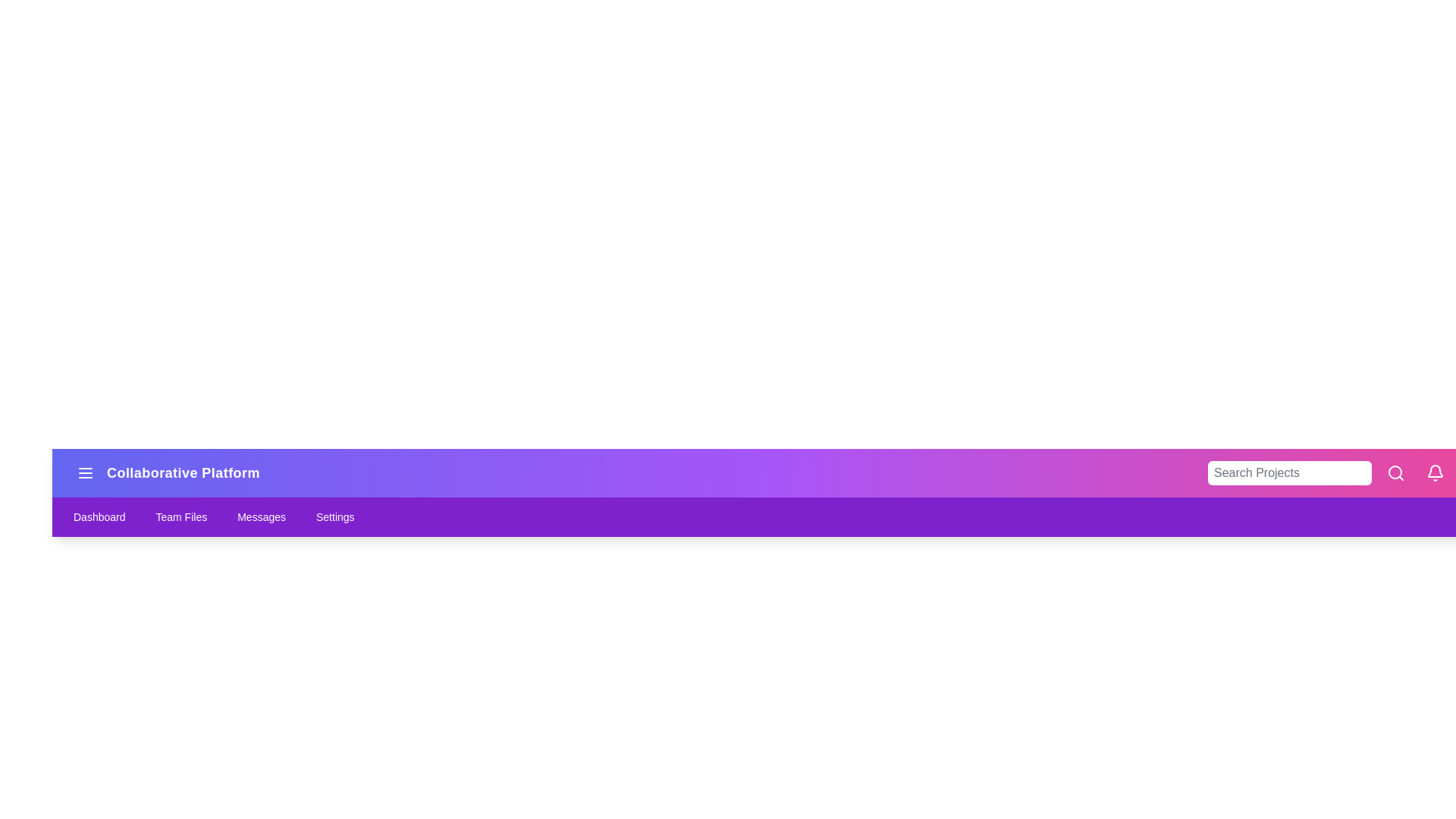 This screenshot has height=819, width=1456. I want to click on the magnifying-glass icon button with a white outline within a pink circular button, so click(1395, 472).